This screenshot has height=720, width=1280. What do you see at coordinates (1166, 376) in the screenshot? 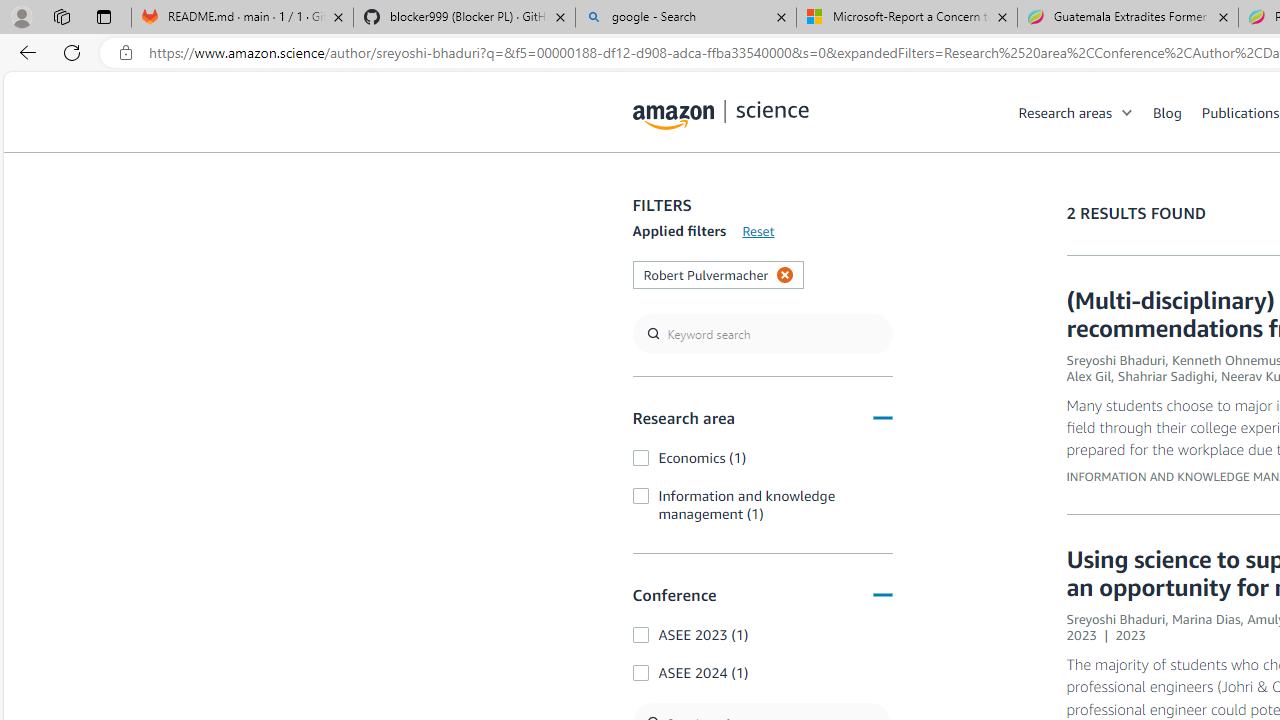
I see `'Shahriar Sadighi'` at bounding box center [1166, 376].